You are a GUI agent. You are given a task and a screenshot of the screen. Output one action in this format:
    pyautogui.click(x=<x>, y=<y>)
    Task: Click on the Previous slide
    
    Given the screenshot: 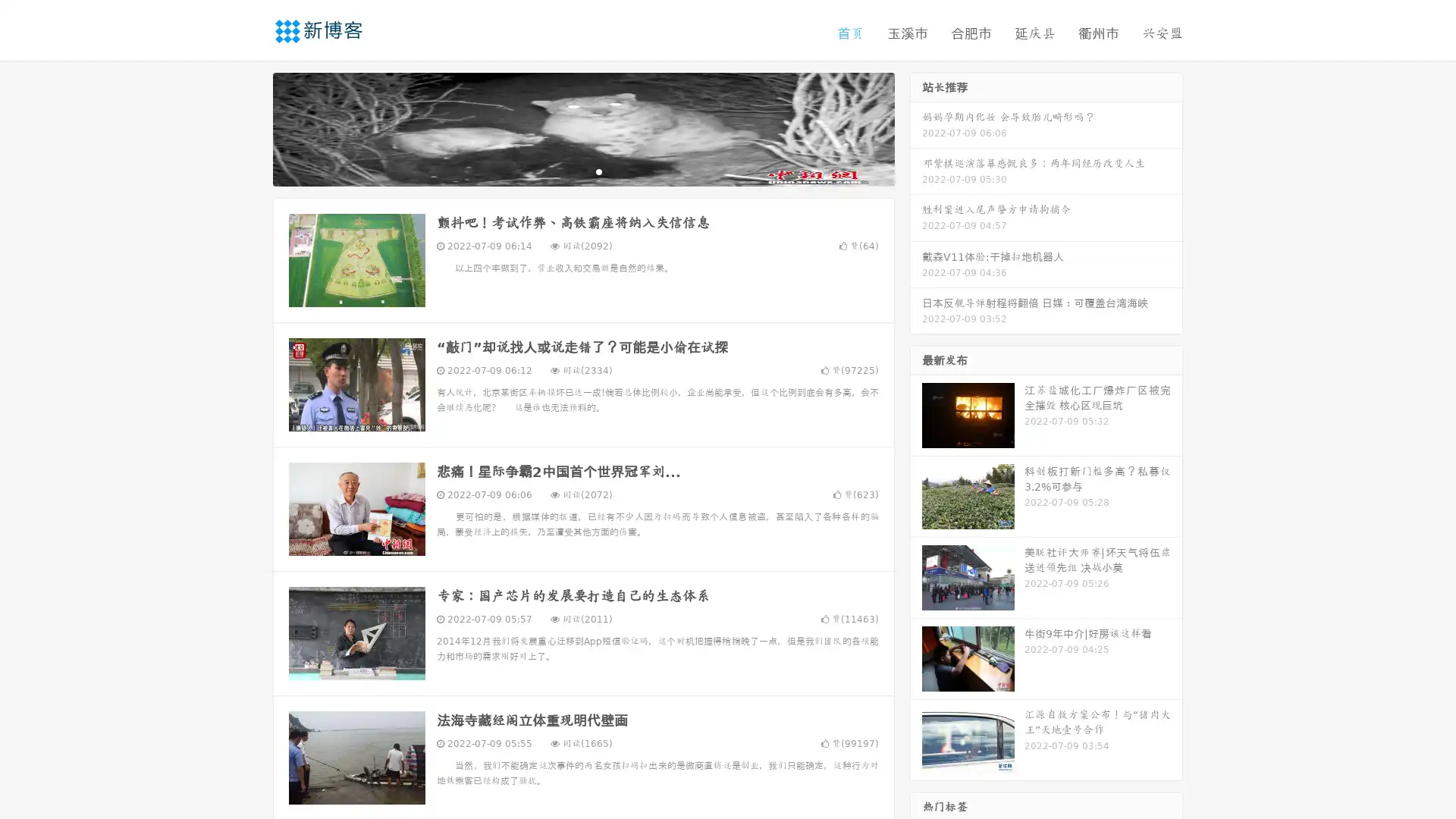 What is the action you would take?
    pyautogui.click(x=250, y=127)
    